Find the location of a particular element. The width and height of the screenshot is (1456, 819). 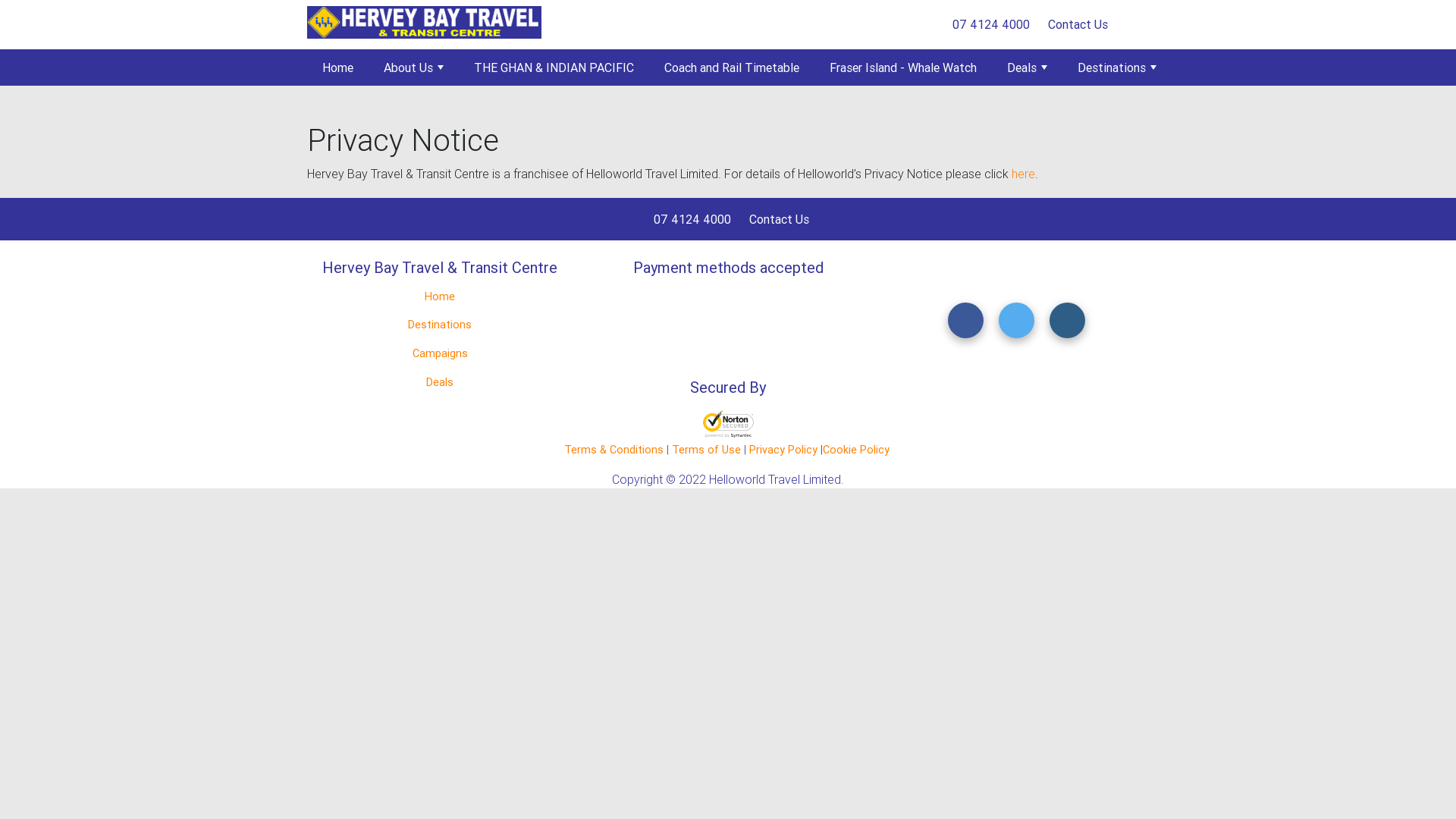

'07 4124 4000' is located at coordinates (939, 24).